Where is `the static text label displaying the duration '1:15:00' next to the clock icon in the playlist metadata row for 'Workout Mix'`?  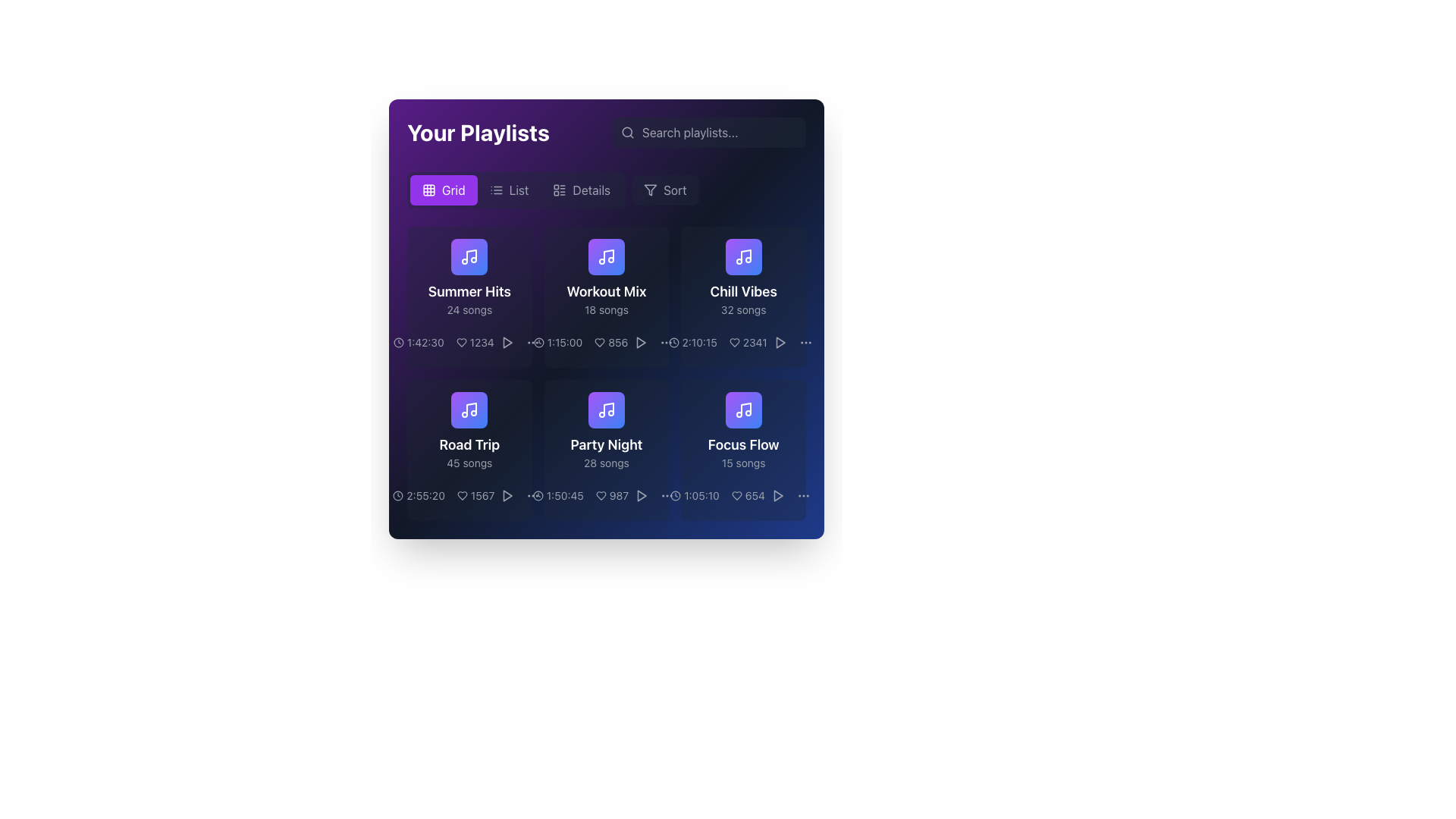
the static text label displaying the duration '1:15:00' next to the clock icon in the playlist metadata row for 'Workout Mix' is located at coordinates (557, 342).